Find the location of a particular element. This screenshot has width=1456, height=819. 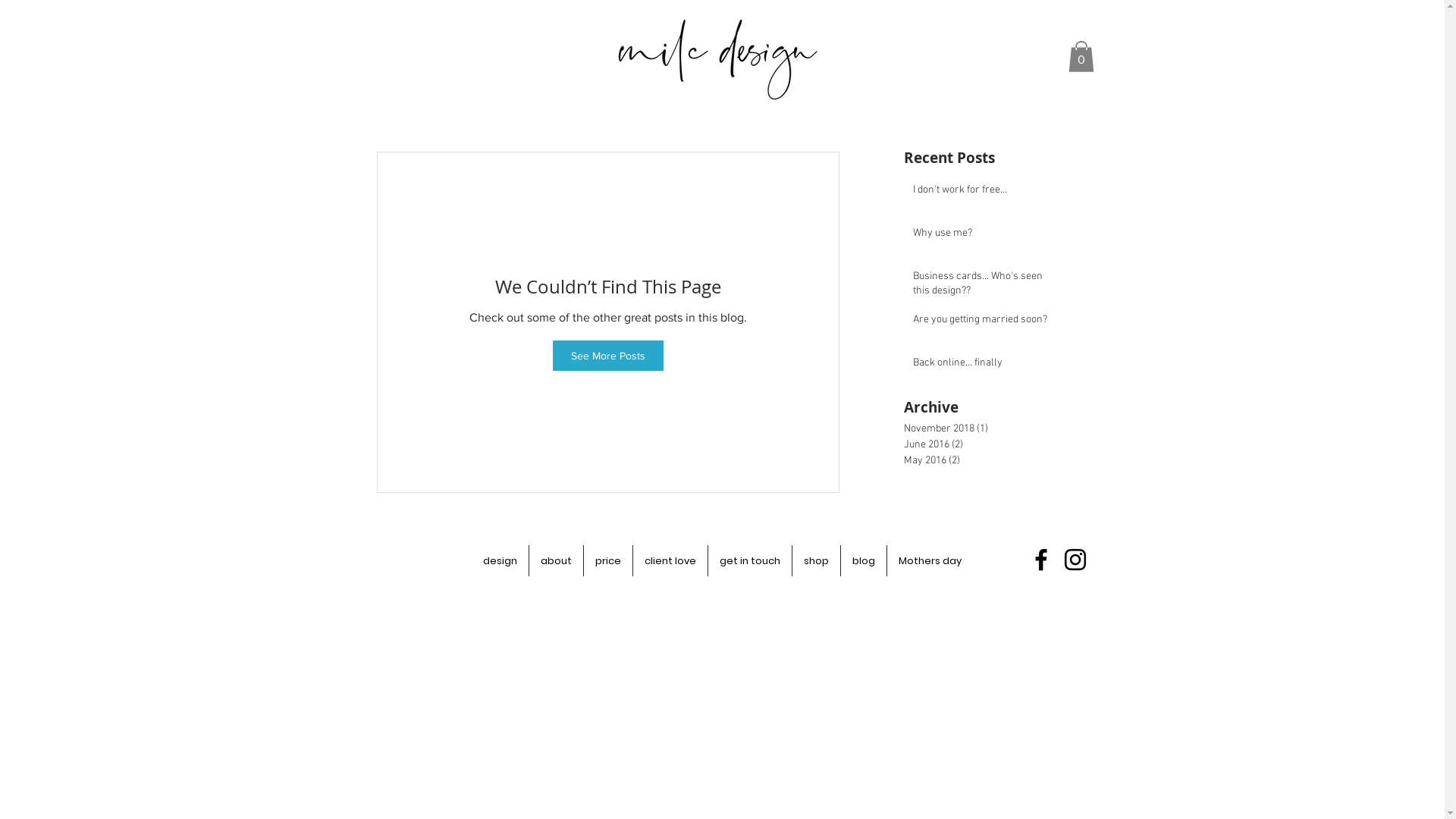

'June 2016 (2)' is located at coordinates (983, 444).